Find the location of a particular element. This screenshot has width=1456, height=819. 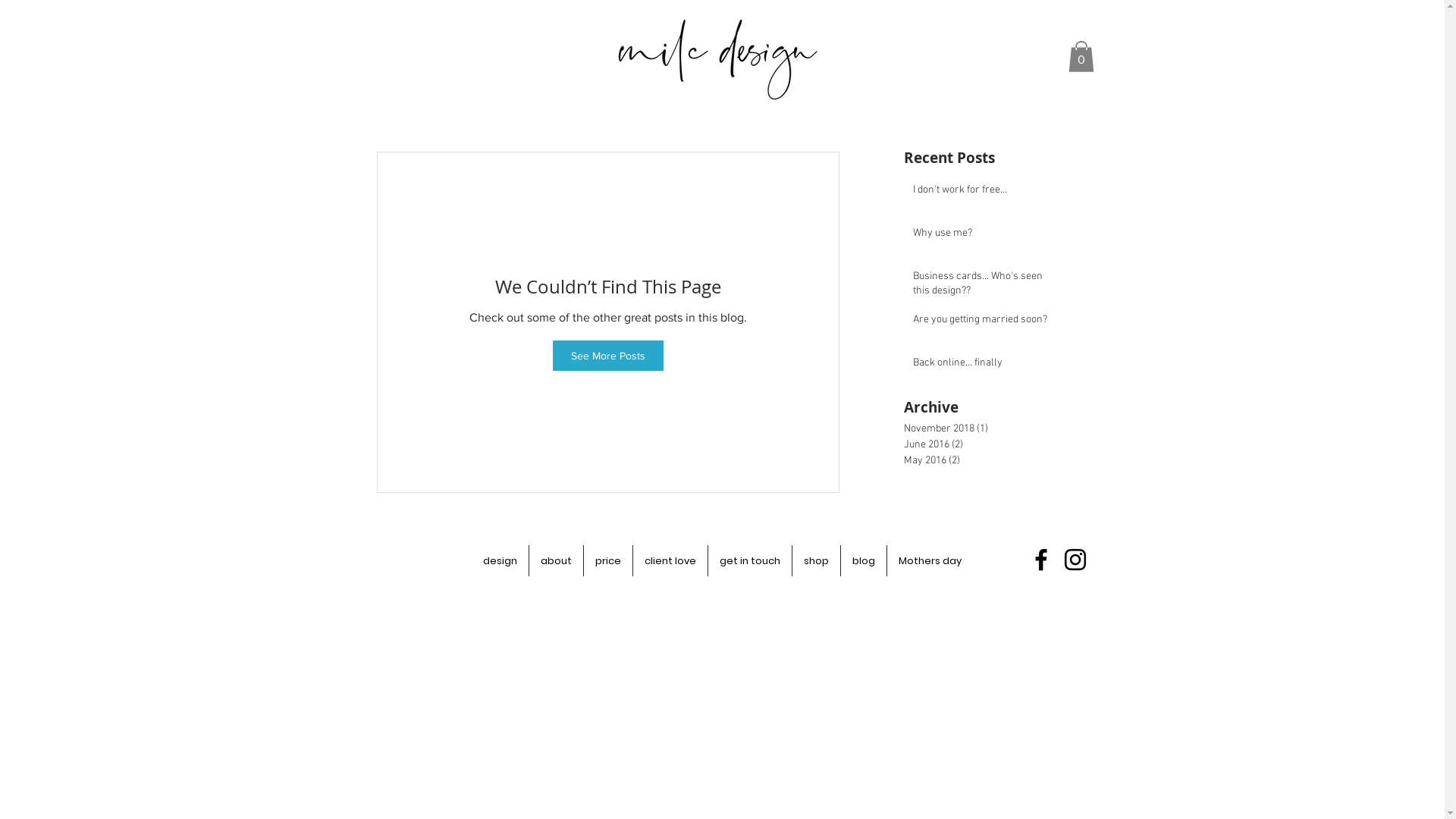

'June 2016 (2)' is located at coordinates (983, 444).